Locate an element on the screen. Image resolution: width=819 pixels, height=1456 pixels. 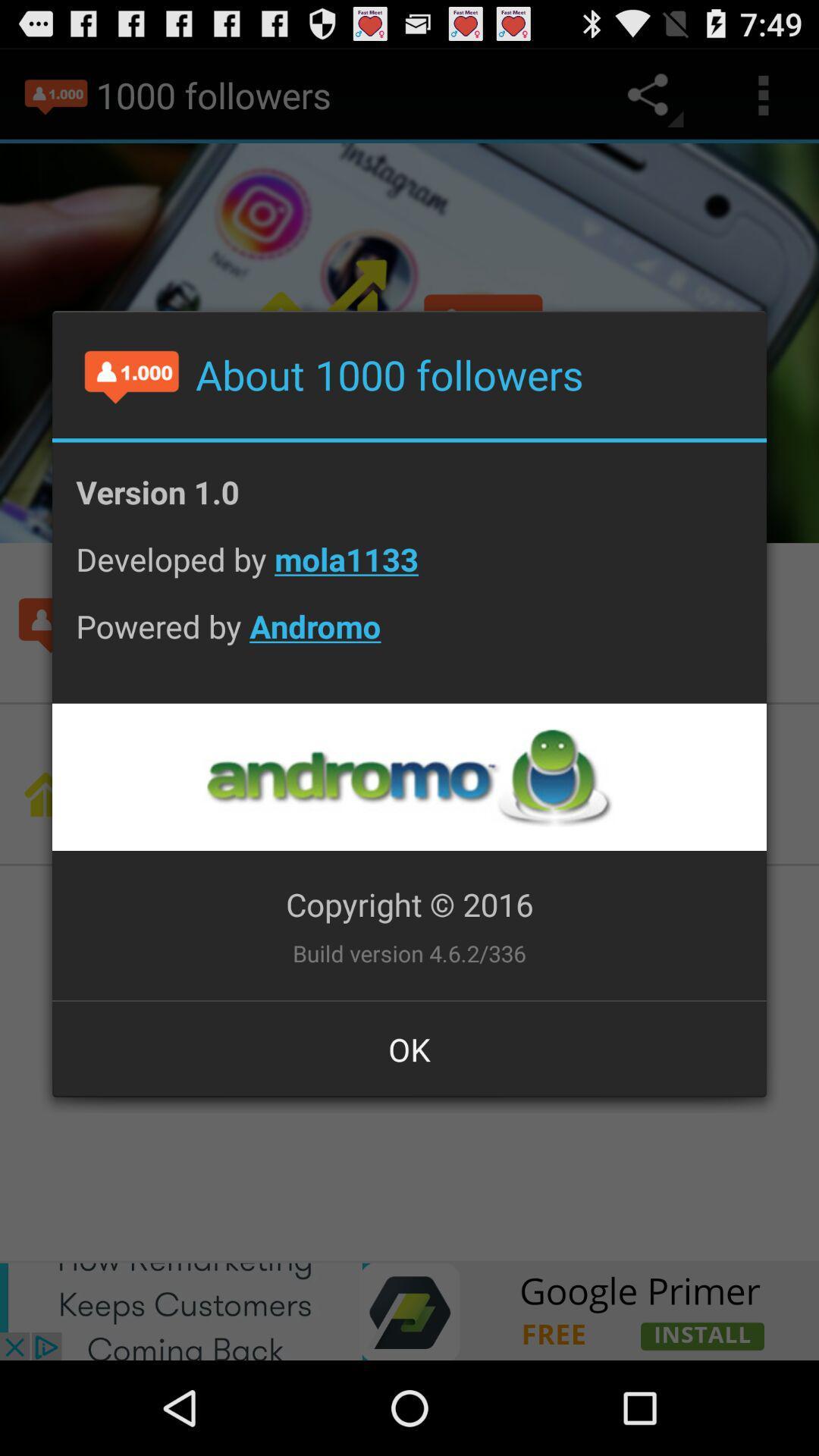
open developer 's site is located at coordinates (408, 777).